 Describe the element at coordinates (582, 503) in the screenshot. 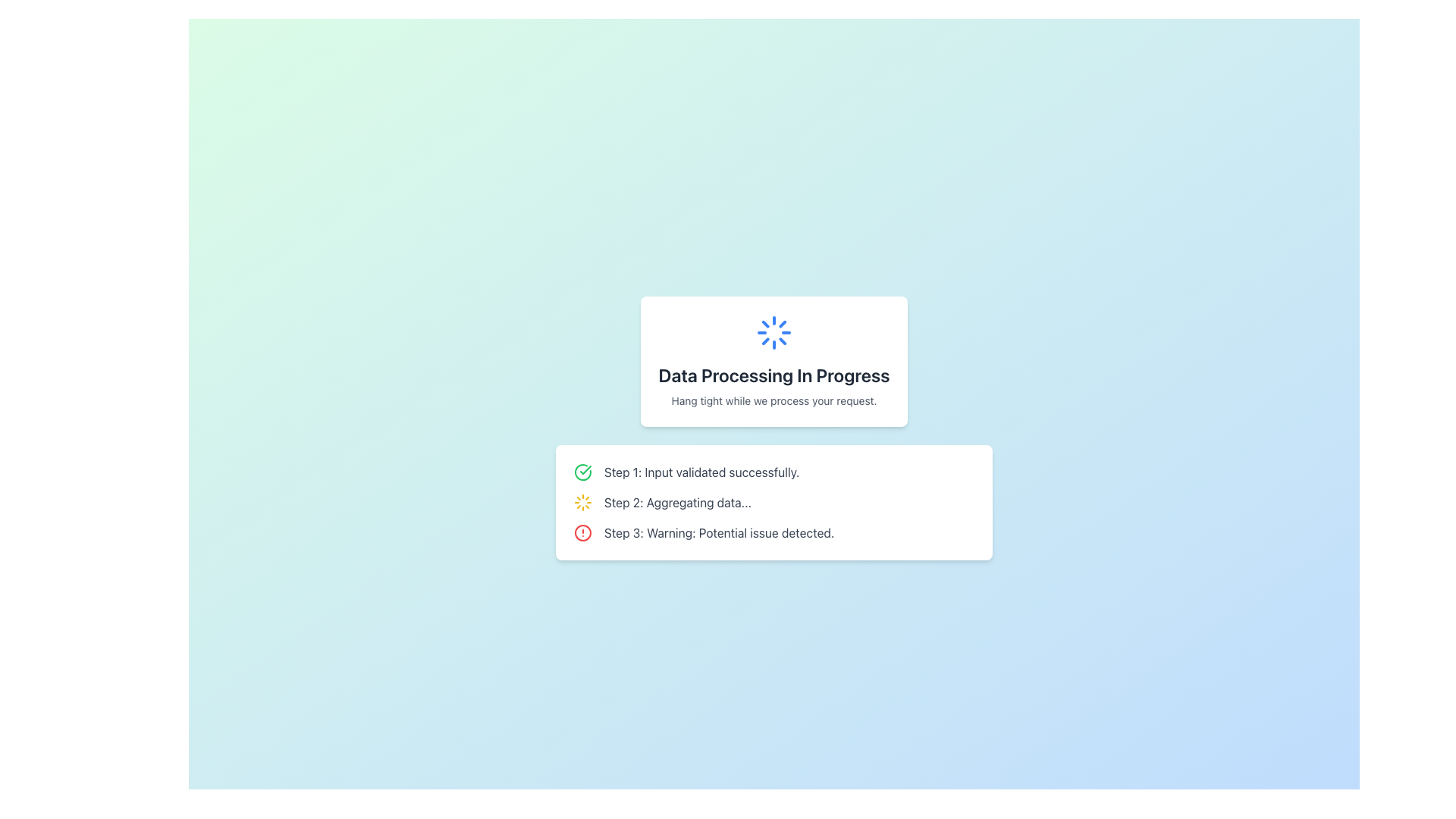

I see `the bright yellow spinner loader icon indicating the loading state for 'Step 2: Aggregating data...'` at that location.